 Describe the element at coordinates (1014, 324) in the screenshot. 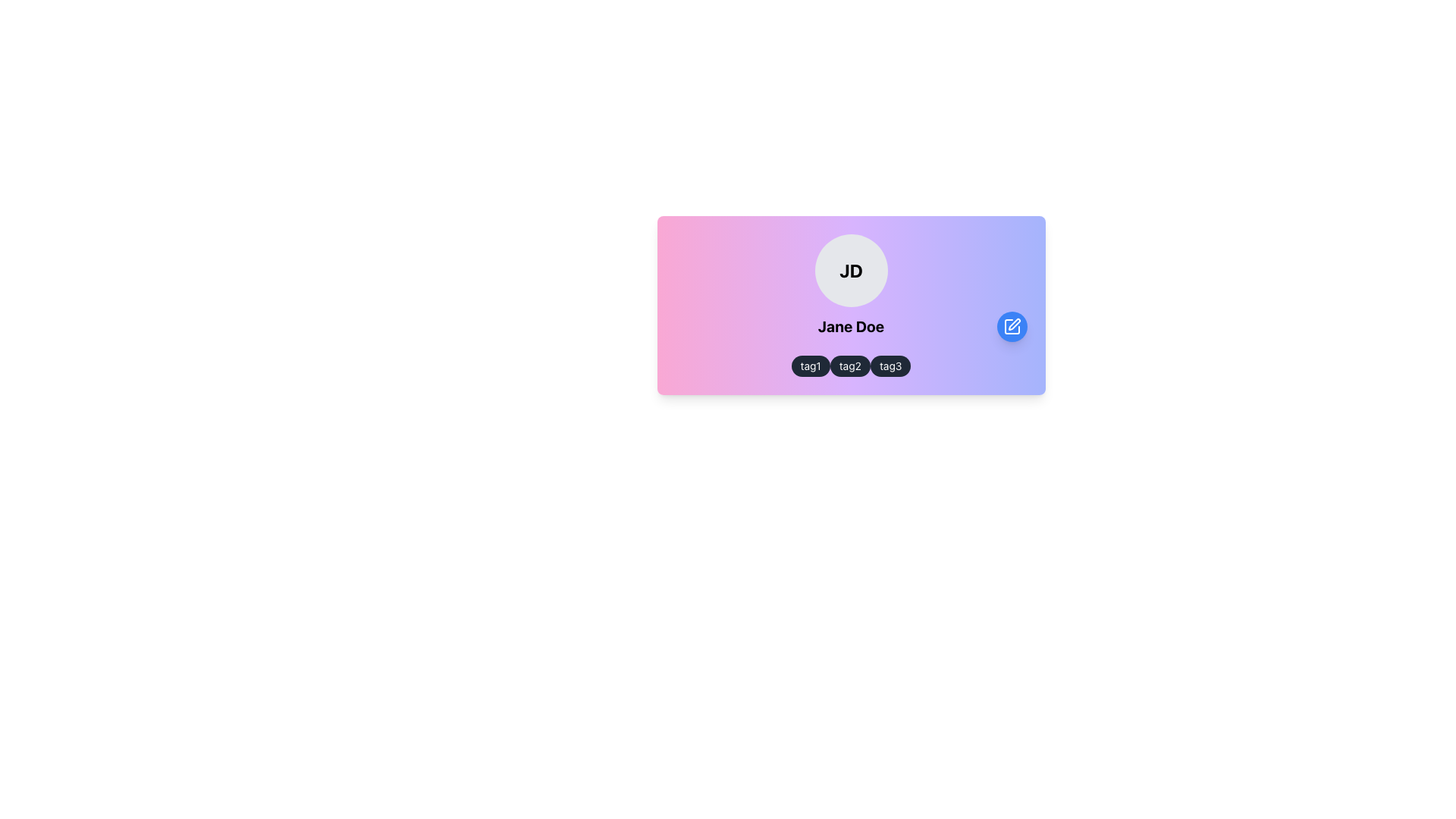

I see `the edit icon located inside the blue circular button at the top-right corner of the user card` at that location.